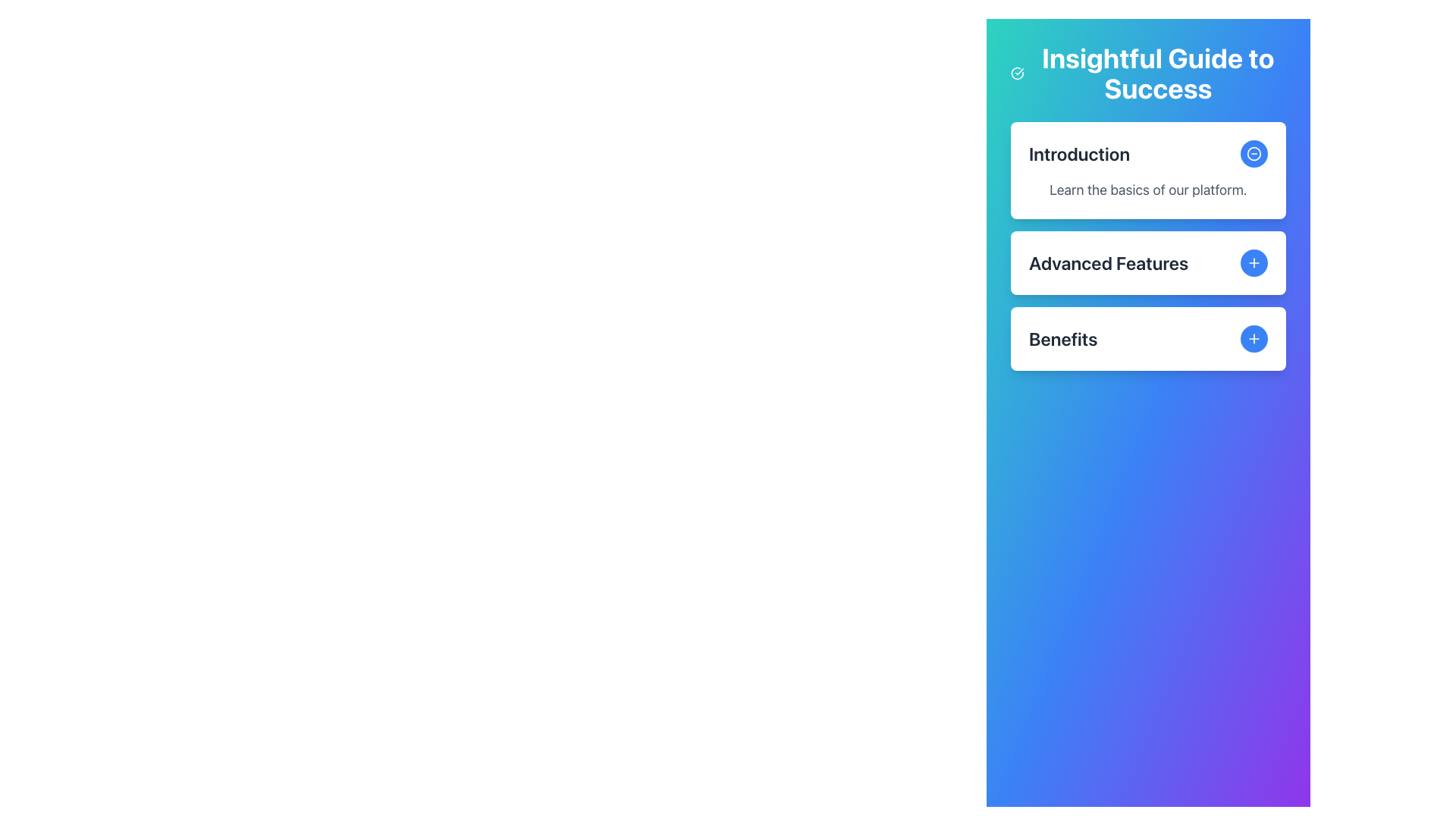  Describe the element at coordinates (1148, 338) in the screenshot. I see `the button associated with the 'Benefits' section, which is the last item in a vertical list below 'Advanced Features'` at that location.